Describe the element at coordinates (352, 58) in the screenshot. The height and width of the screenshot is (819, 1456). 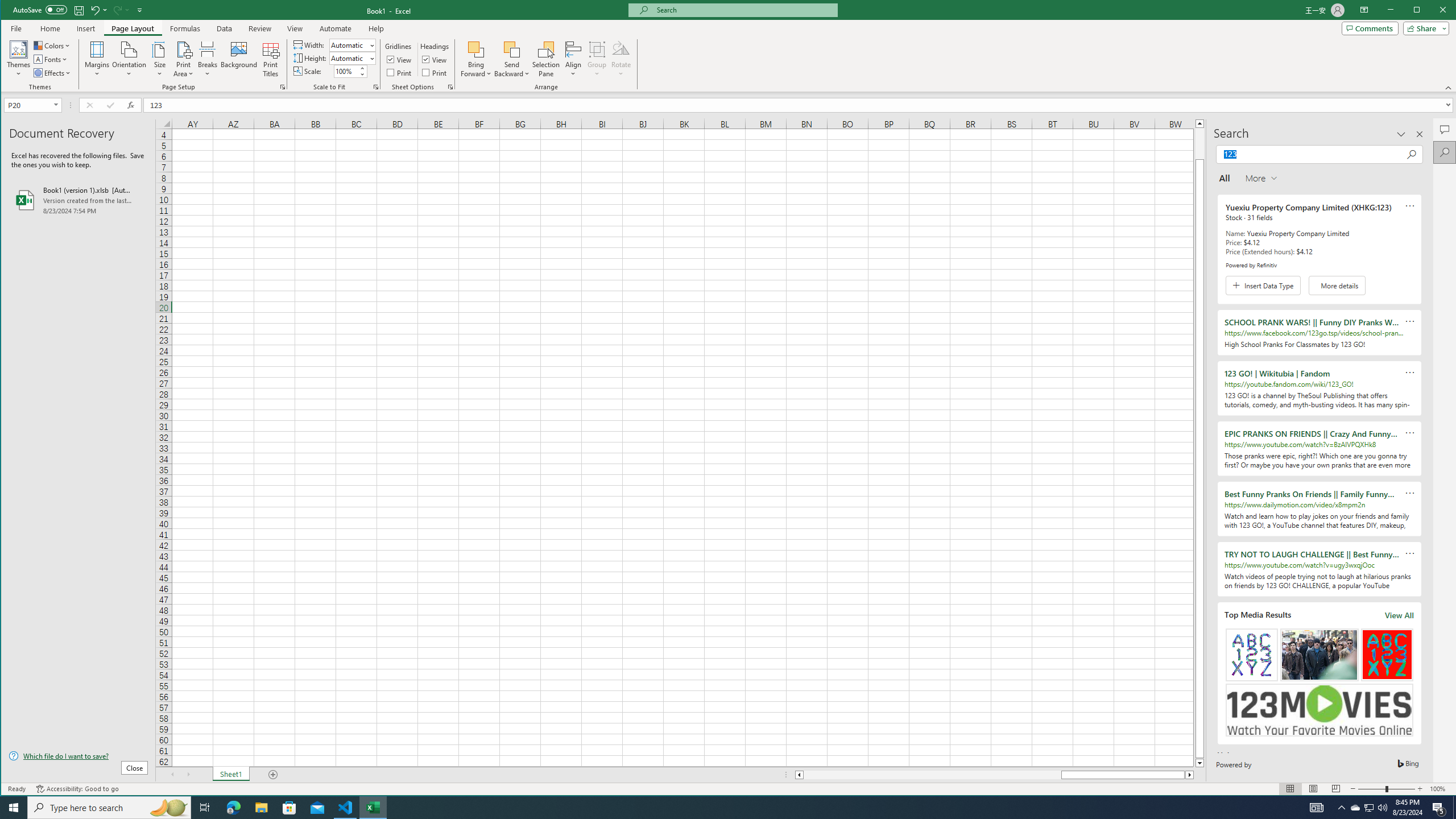
I see `'Height'` at that location.